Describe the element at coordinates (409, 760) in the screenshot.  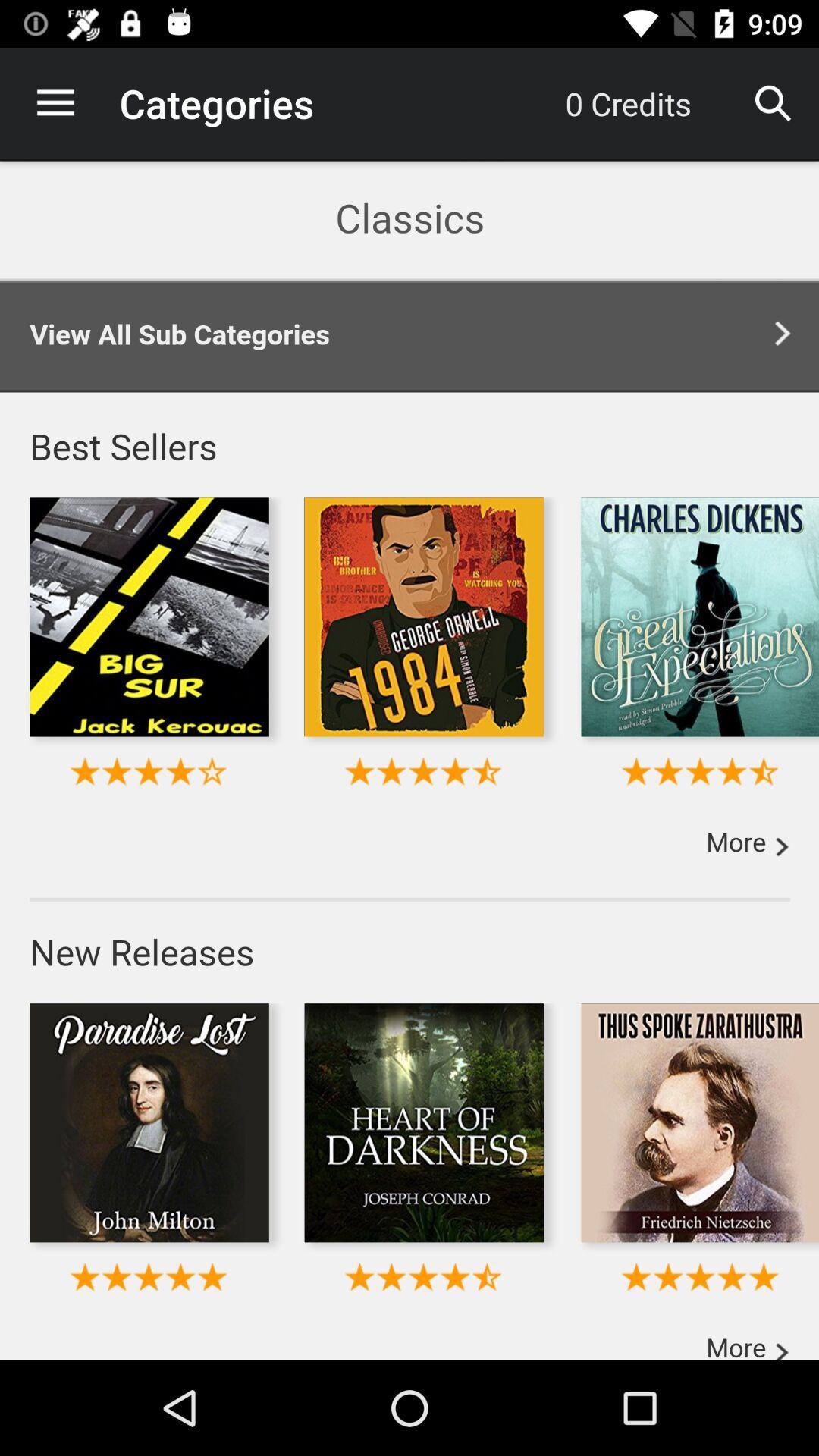
I see `advertisement page` at that location.